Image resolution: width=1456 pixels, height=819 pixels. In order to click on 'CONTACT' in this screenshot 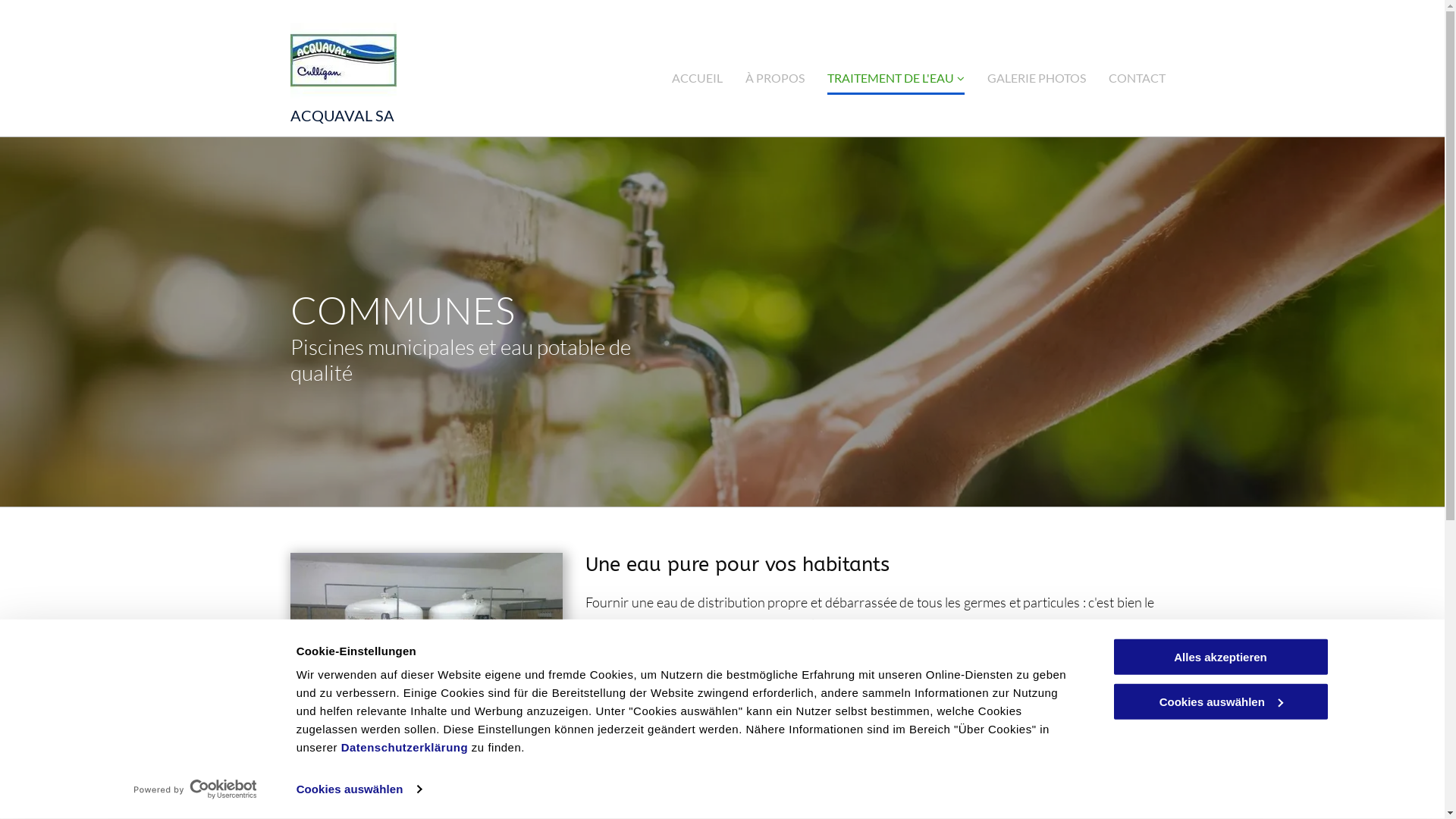, I will do `click(1137, 77)`.